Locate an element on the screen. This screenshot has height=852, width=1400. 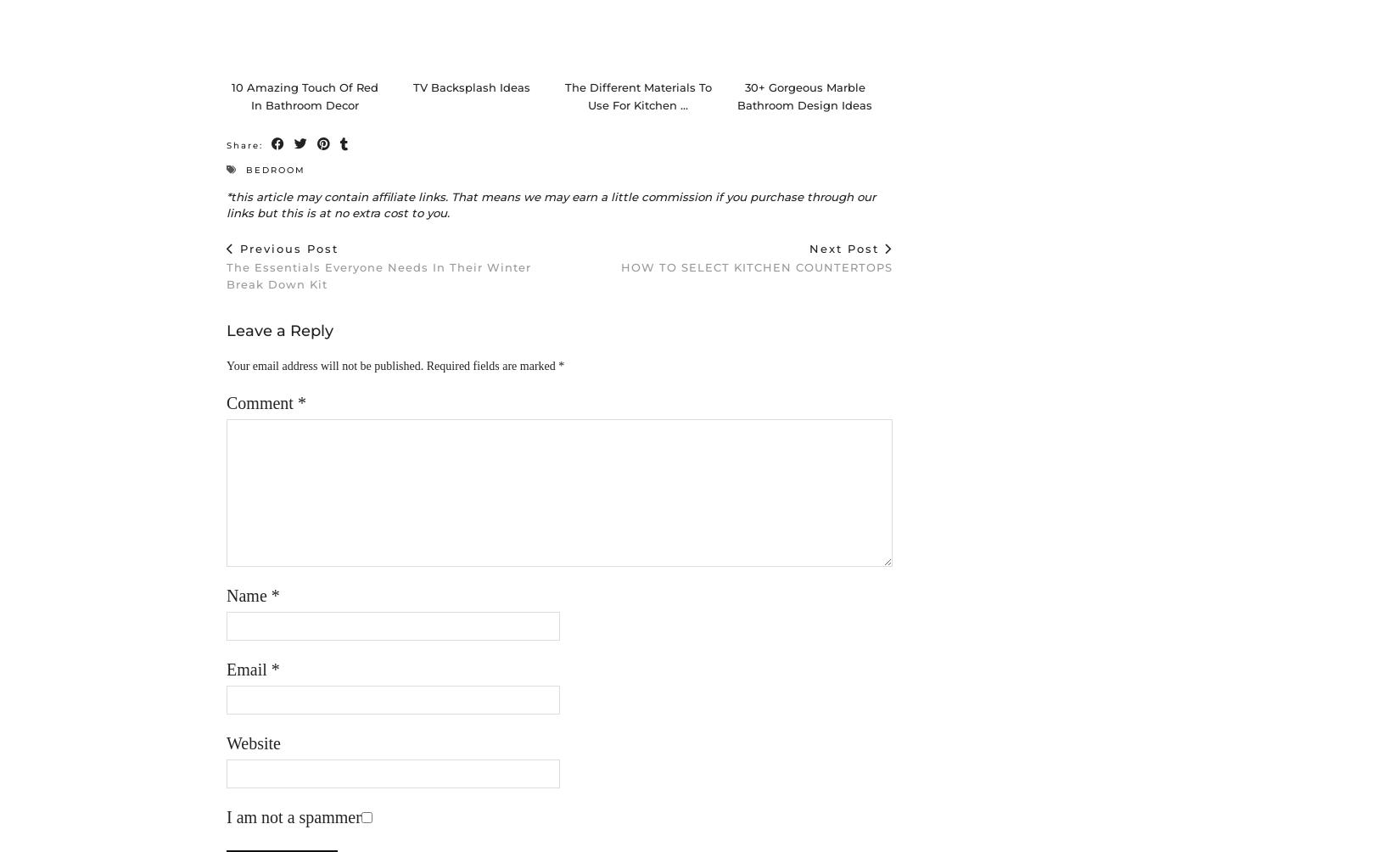
'HOW TO SELECT KITCHEN COUNTERTOPS' is located at coordinates (619, 284).